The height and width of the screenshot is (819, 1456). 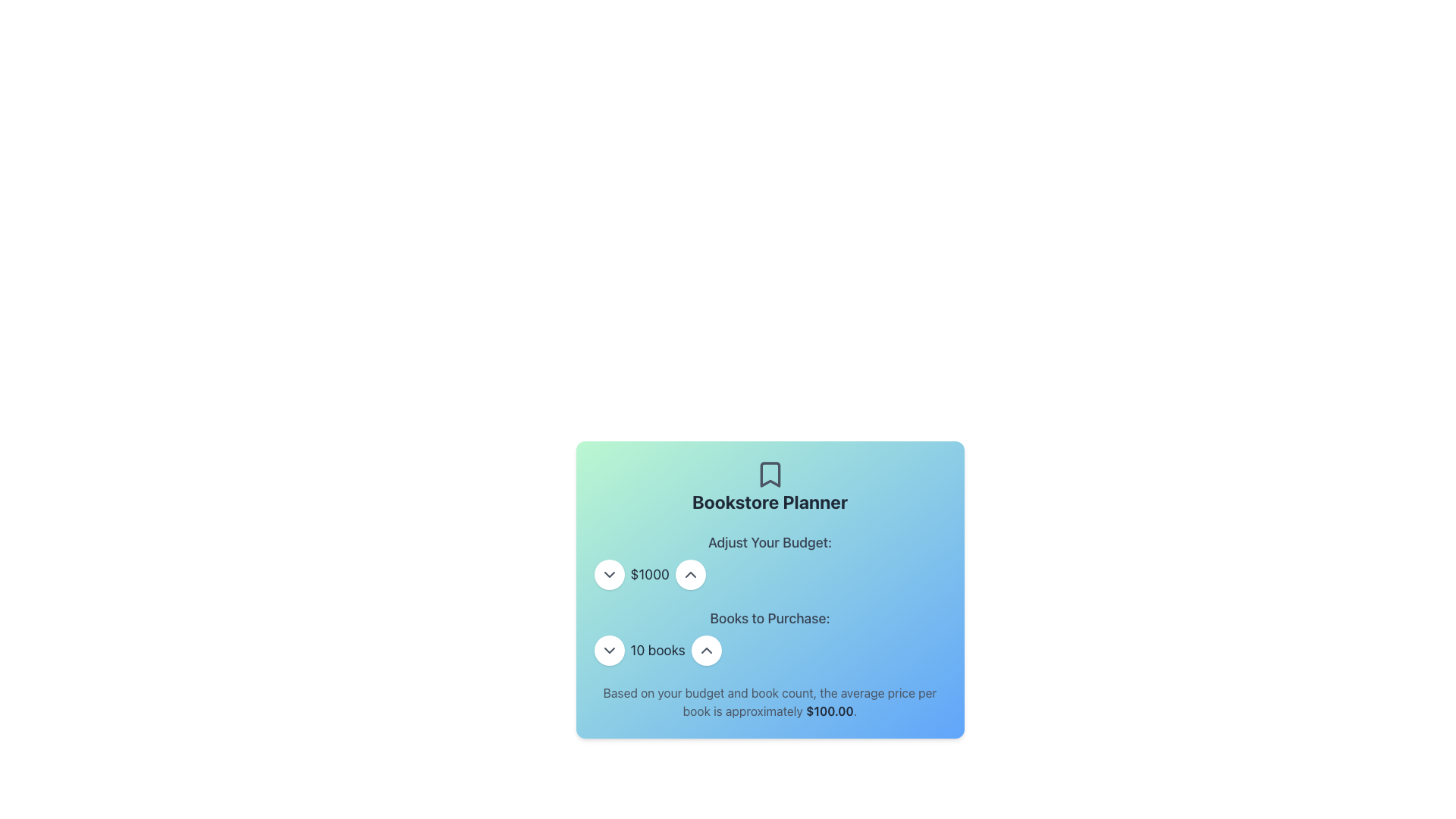 What do you see at coordinates (609, 575) in the screenshot?
I see `the downward arrow button that decreases the budget value, located to the left of the text '$1000', to trigger a visual hover effect` at bounding box center [609, 575].